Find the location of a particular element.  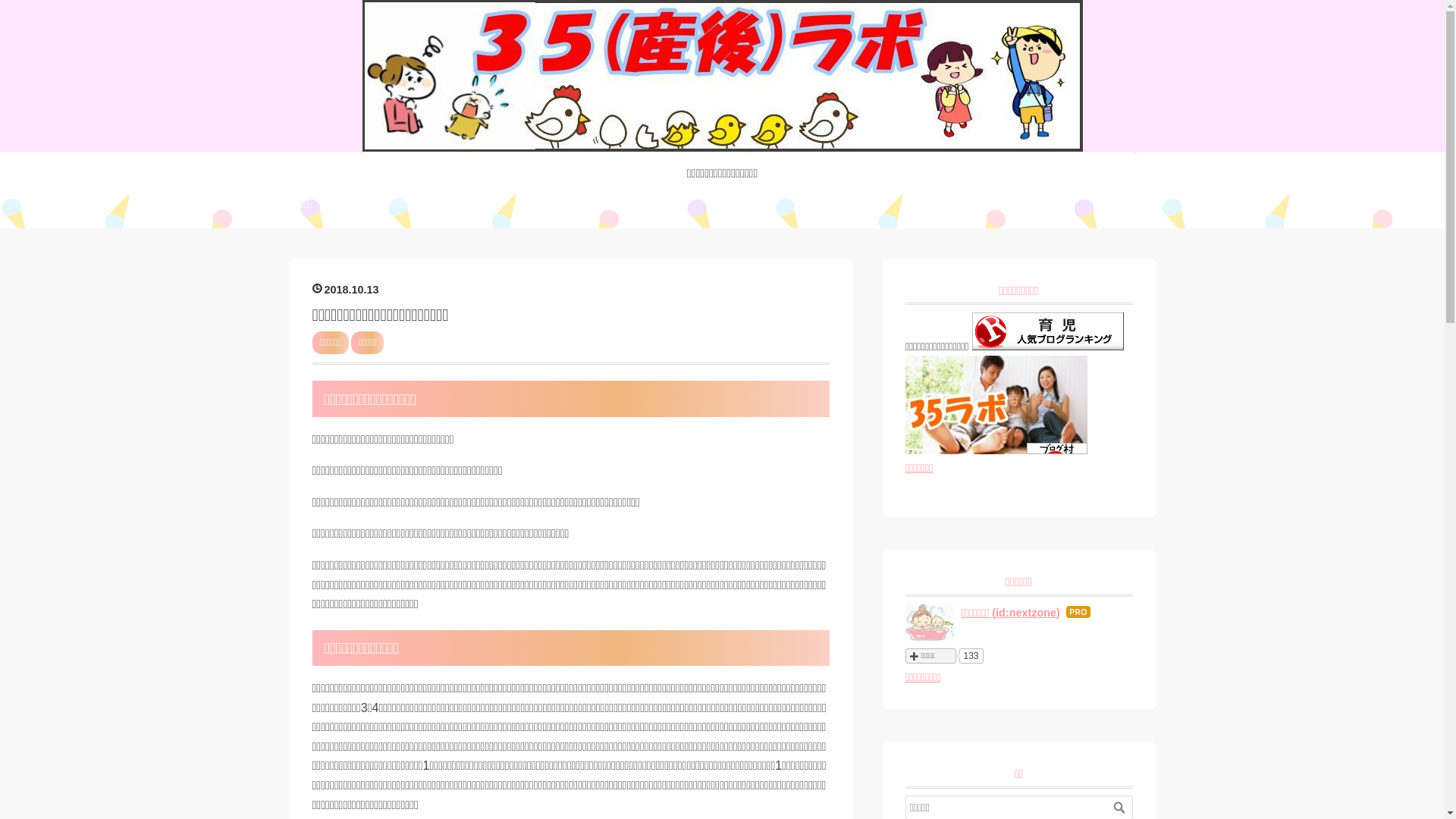

'20181013' is located at coordinates (345, 289).